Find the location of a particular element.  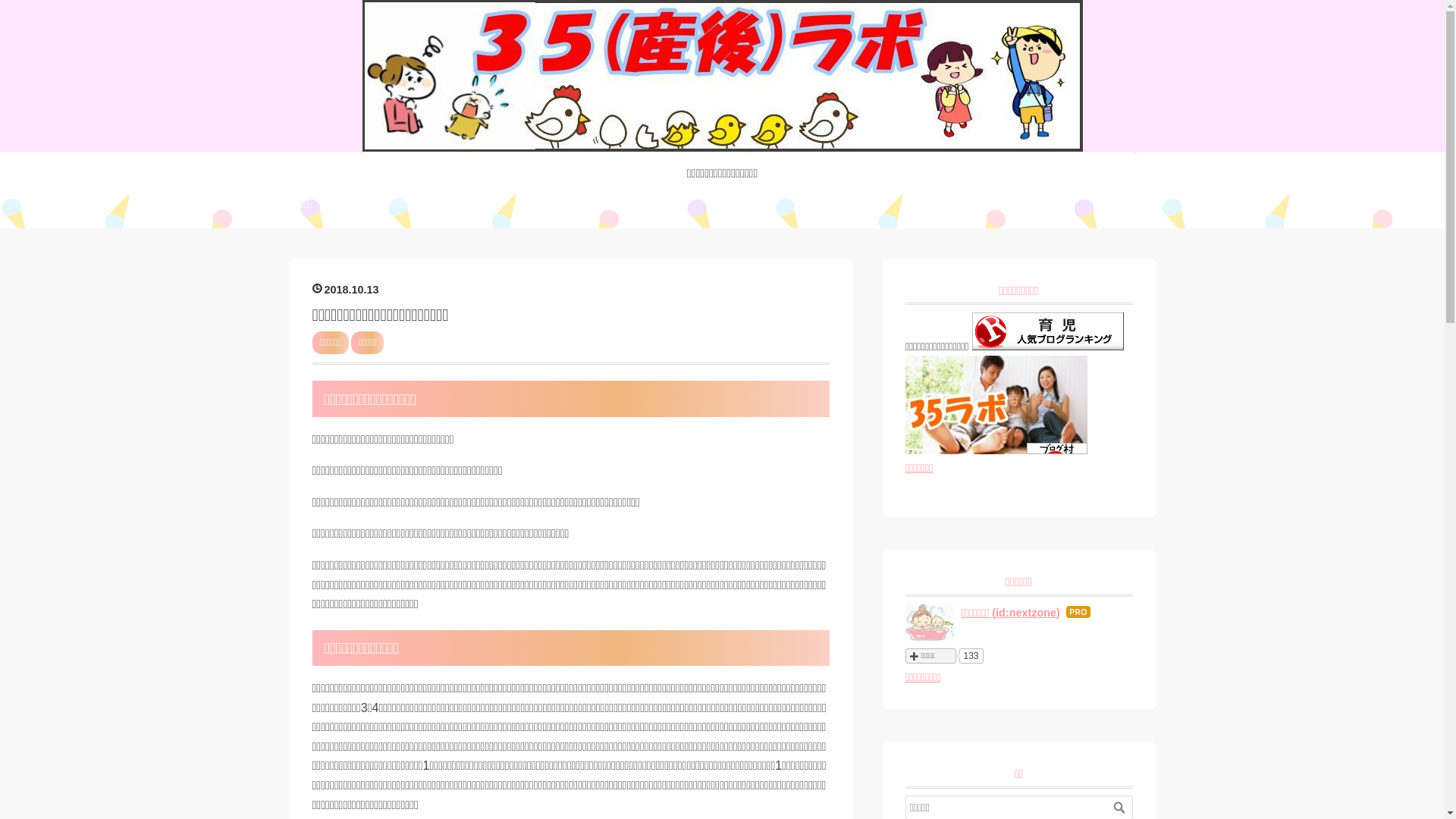

'20181013' is located at coordinates (345, 289).